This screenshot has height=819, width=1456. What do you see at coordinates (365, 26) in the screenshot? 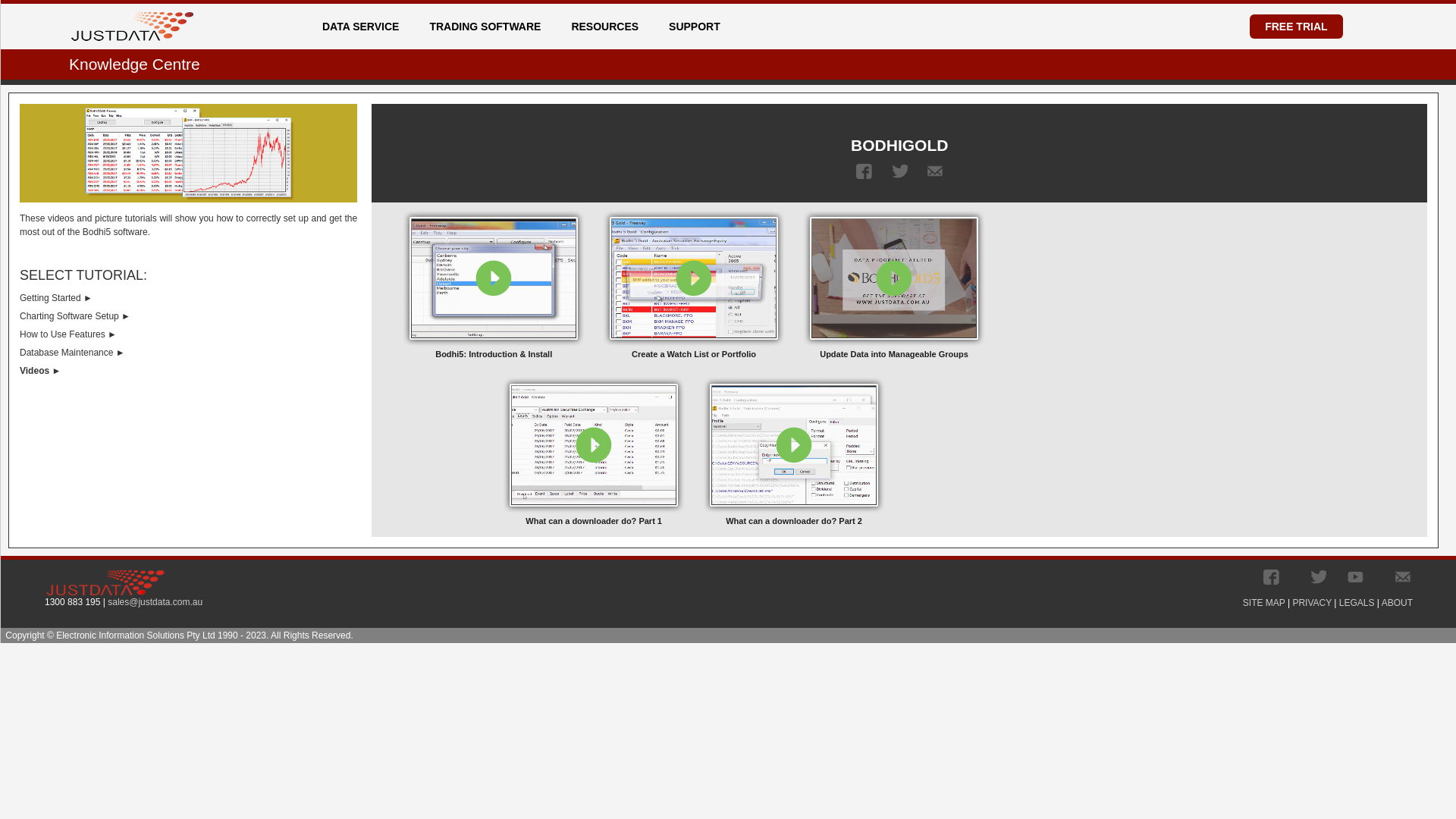
I see `'DATA SERVICE'` at bounding box center [365, 26].